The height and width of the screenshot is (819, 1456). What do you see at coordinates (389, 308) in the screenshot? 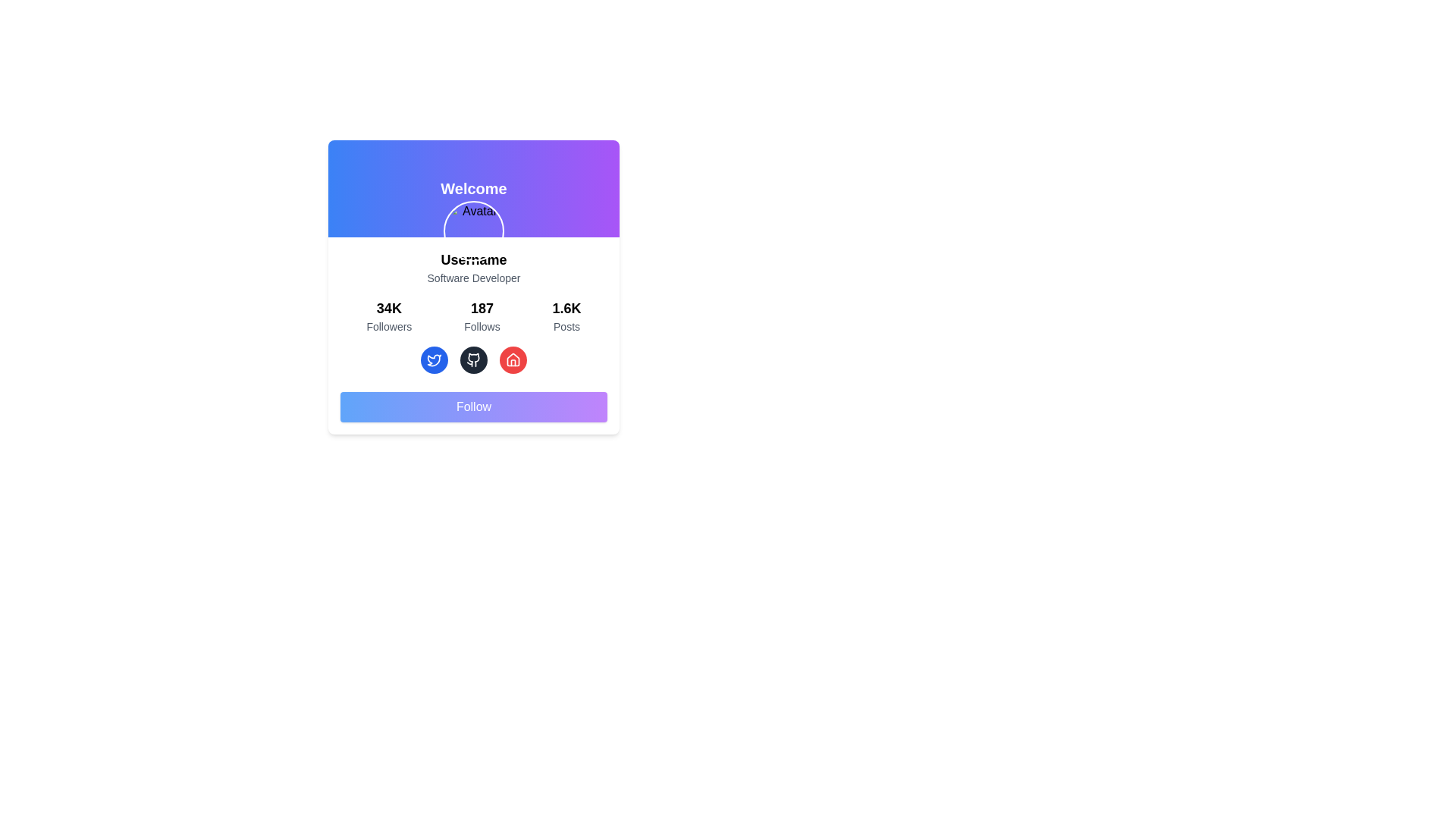
I see `the text label indicating the number of followers associated with a specific user profile, located above the text 'Followers'` at bounding box center [389, 308].